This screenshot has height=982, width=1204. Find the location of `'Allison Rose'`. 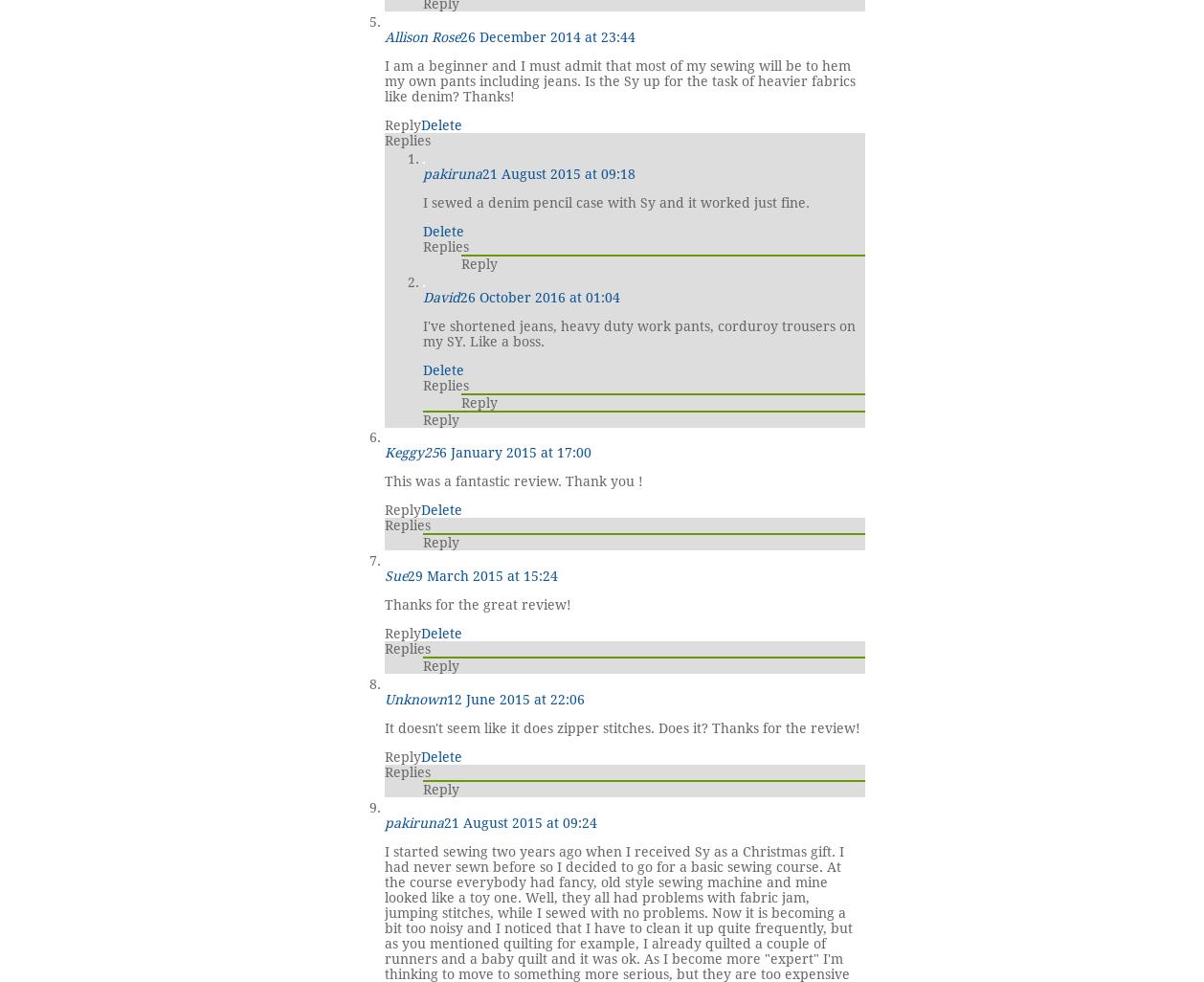

'Allison Rose' is located at coordinates (421, 36).